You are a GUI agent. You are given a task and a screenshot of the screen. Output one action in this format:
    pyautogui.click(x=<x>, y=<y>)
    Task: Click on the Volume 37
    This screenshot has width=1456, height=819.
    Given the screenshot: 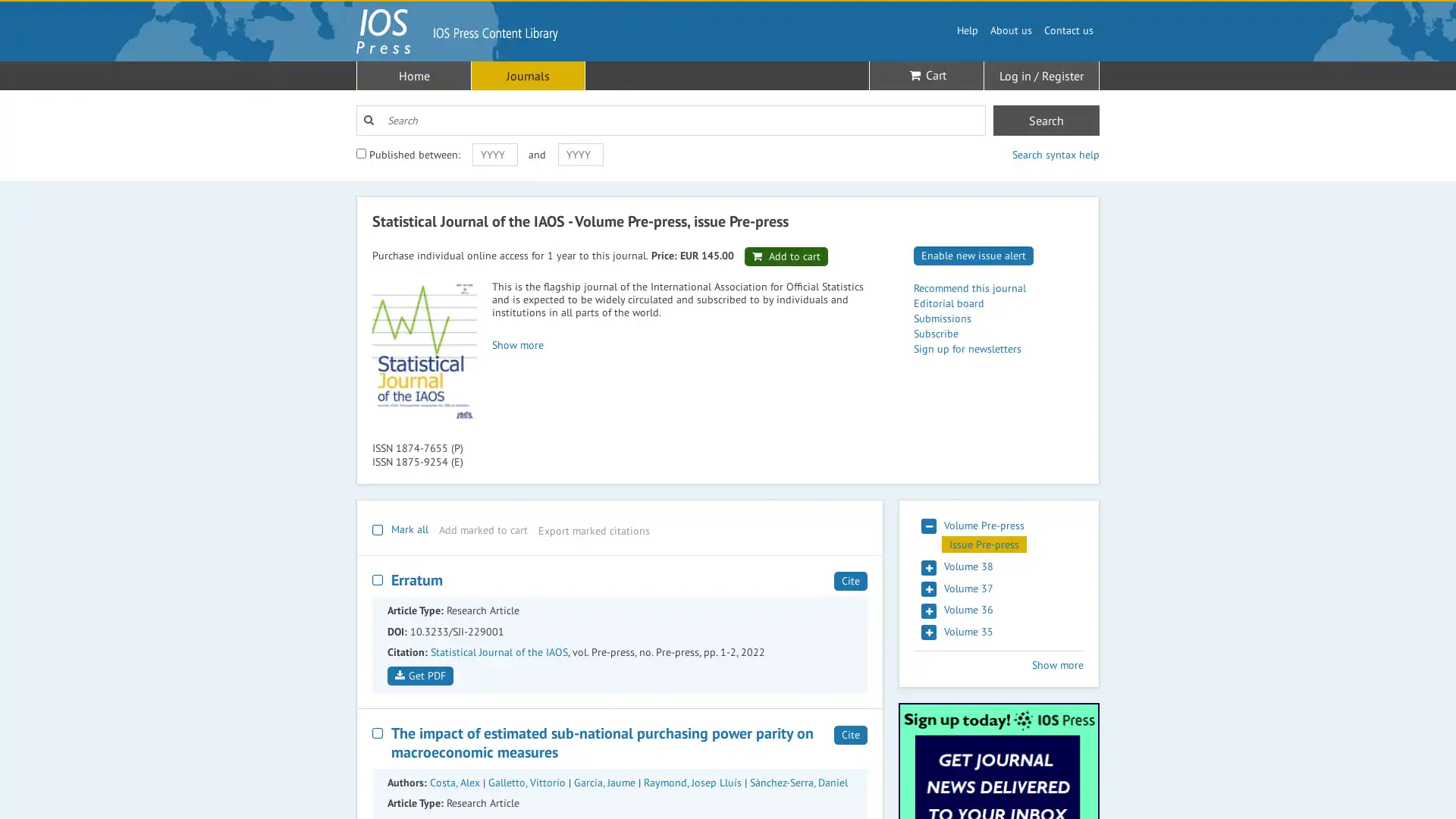 What is the action you would take?
    pyautogui.click(x=956, y=588)
    